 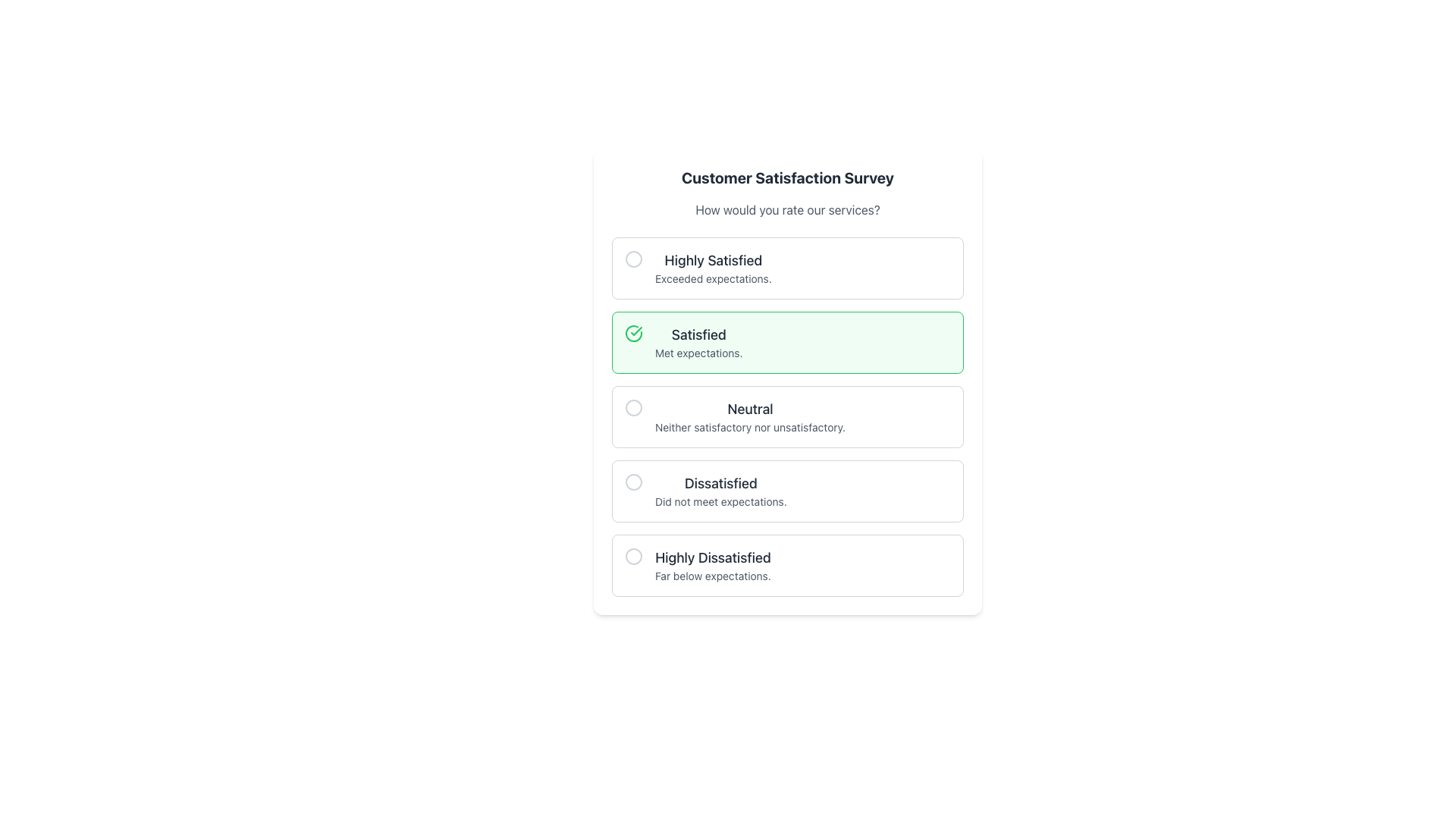 What do you see at coordinates (633, 482) in the screenshot?
I see `the decorative SVG Circle indicating the 'Dissatisfied' checkbox state in the survey form` at bounding box center [633, 482].